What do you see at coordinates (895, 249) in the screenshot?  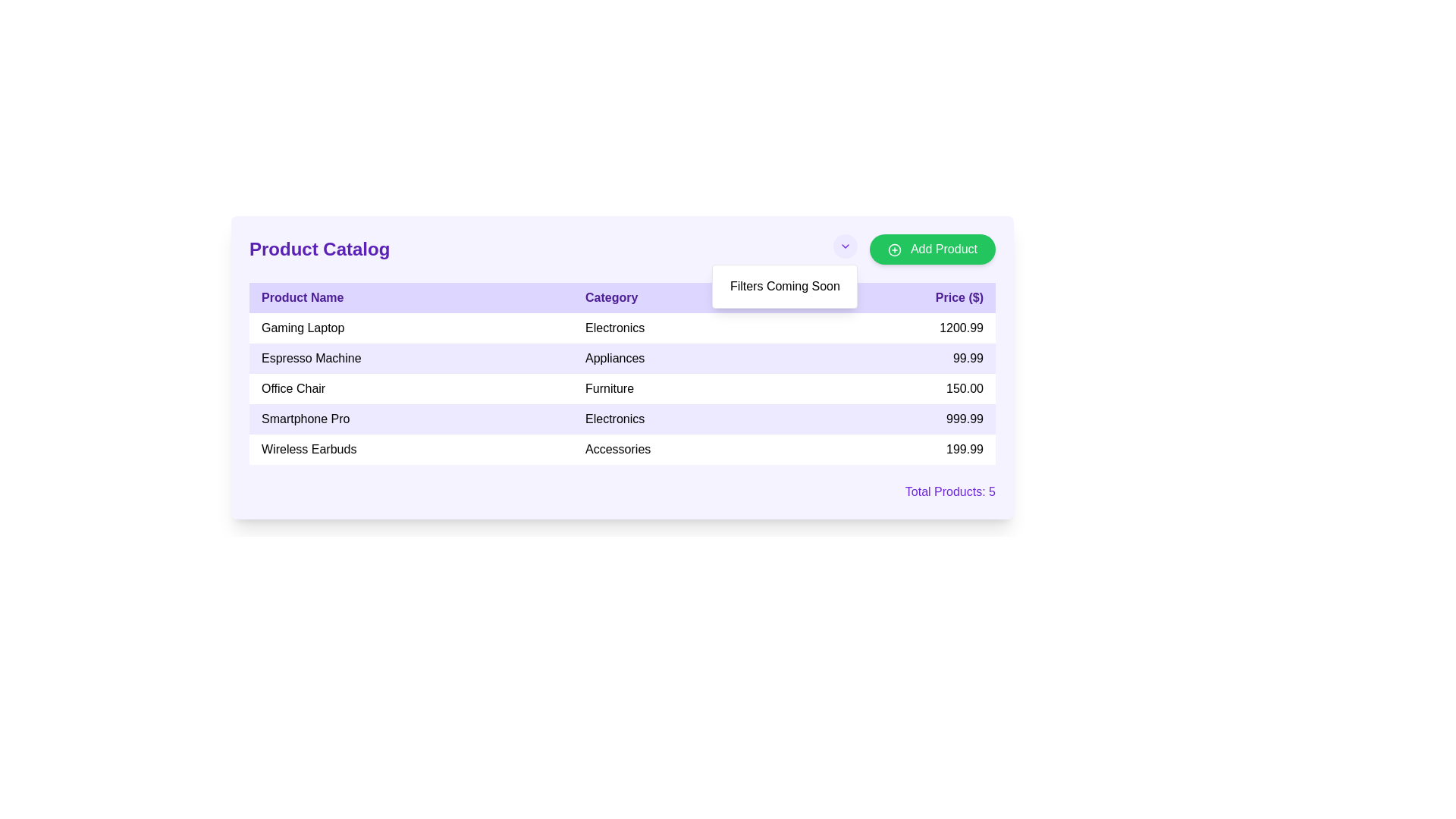 I see `the circular icon (SVG) indicating the 'Add Product' function, located to the left of the button text in the top-right corner of the purple-bordered section` at bounding box center [895, 249].